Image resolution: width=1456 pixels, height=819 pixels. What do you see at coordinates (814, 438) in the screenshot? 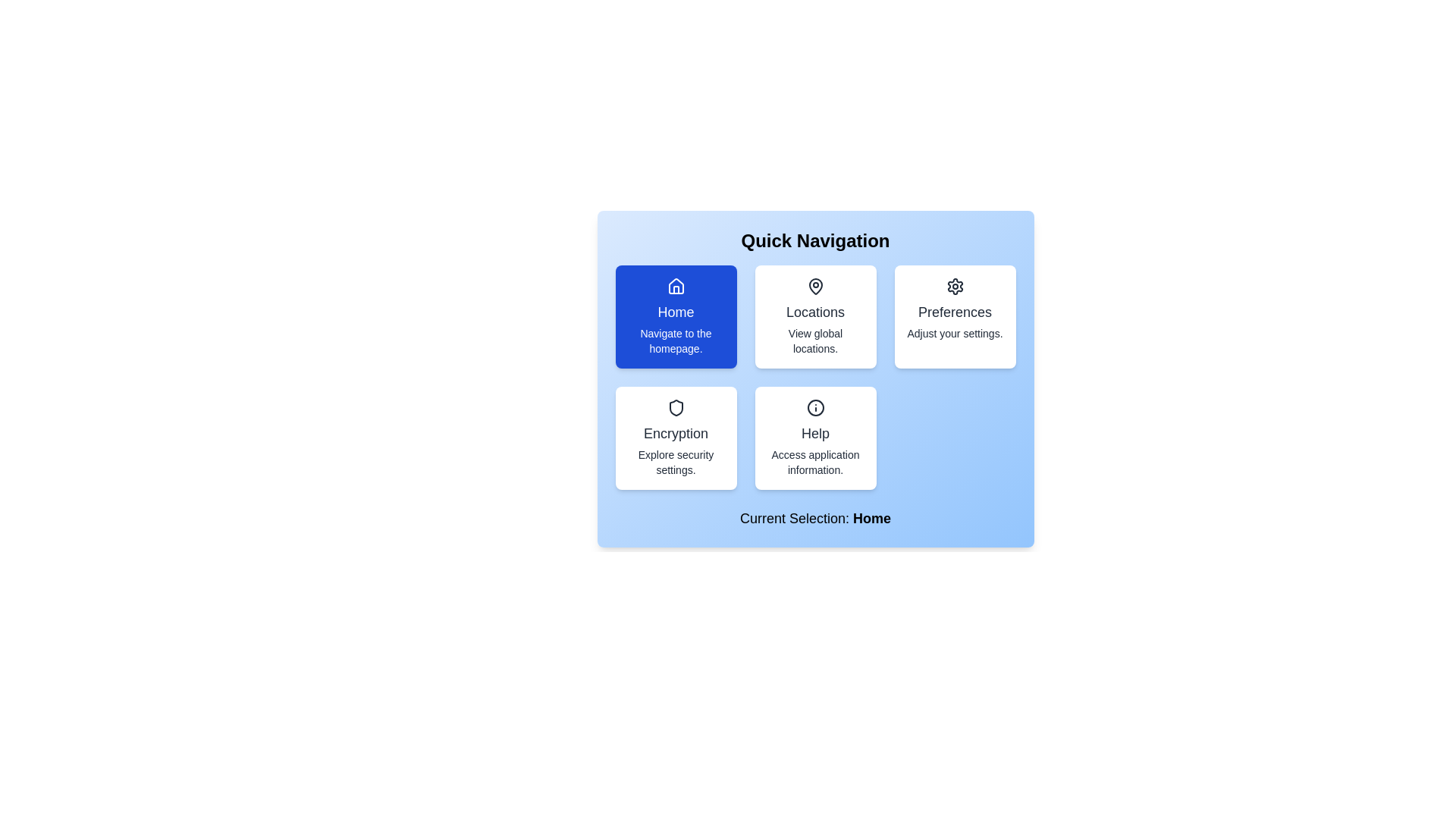
I see `the navigation option Help` at bounding box center [814, 438].